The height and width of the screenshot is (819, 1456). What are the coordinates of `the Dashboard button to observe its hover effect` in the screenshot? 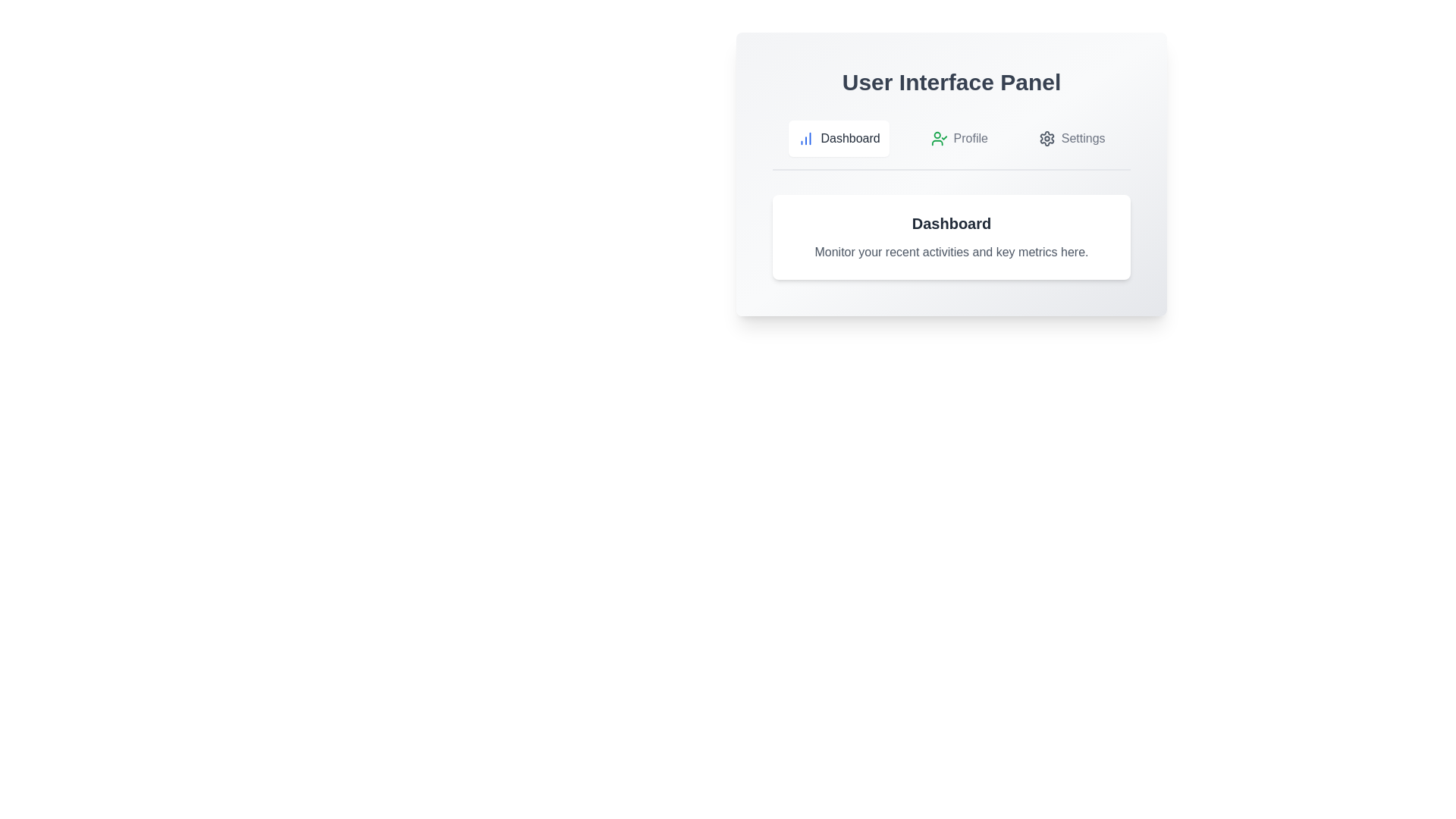 It's located at (838, 138).